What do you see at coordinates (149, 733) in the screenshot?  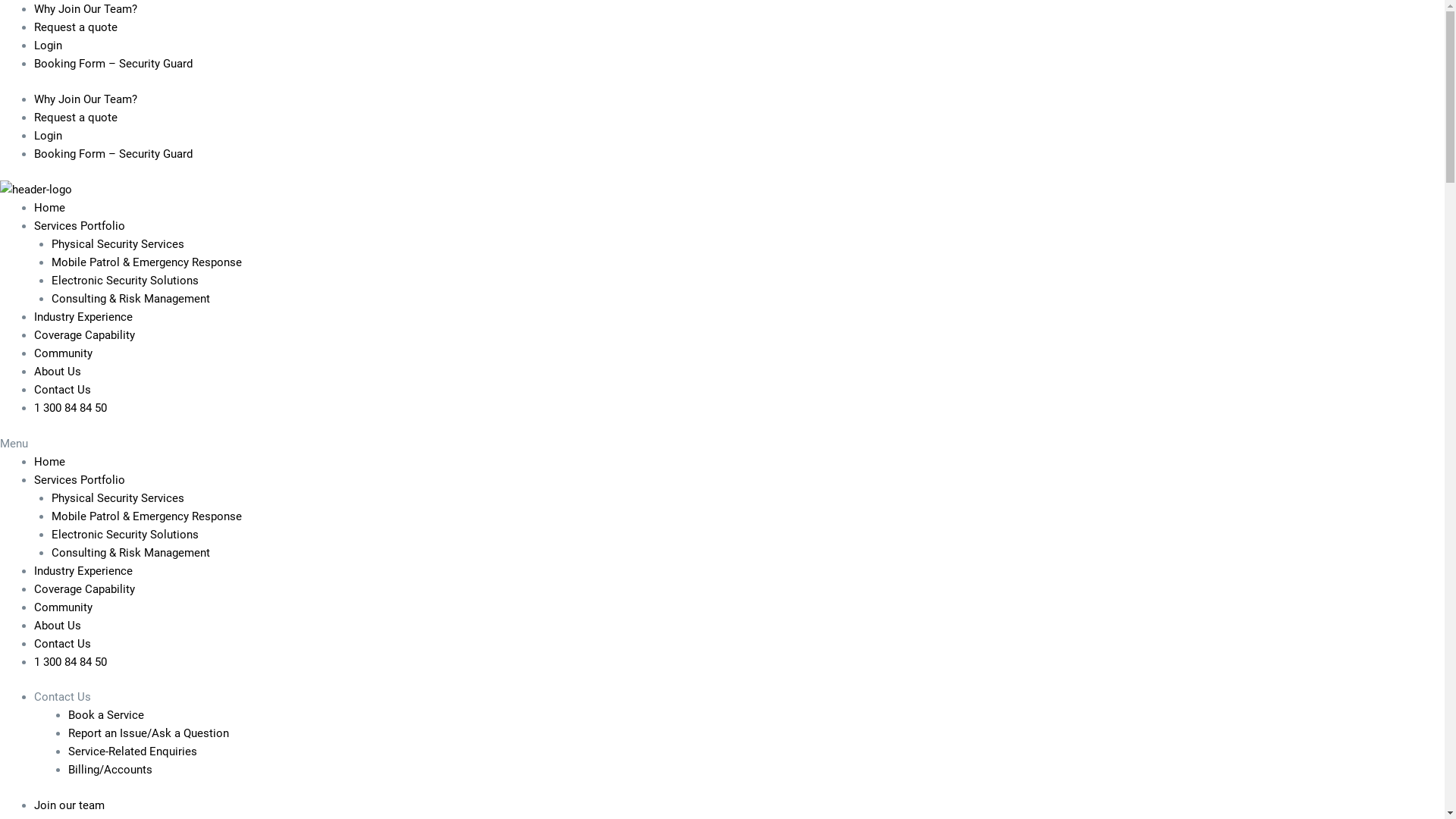 I see `'Report an Issue/Ask a Question'` at bounding box center [149, 733].